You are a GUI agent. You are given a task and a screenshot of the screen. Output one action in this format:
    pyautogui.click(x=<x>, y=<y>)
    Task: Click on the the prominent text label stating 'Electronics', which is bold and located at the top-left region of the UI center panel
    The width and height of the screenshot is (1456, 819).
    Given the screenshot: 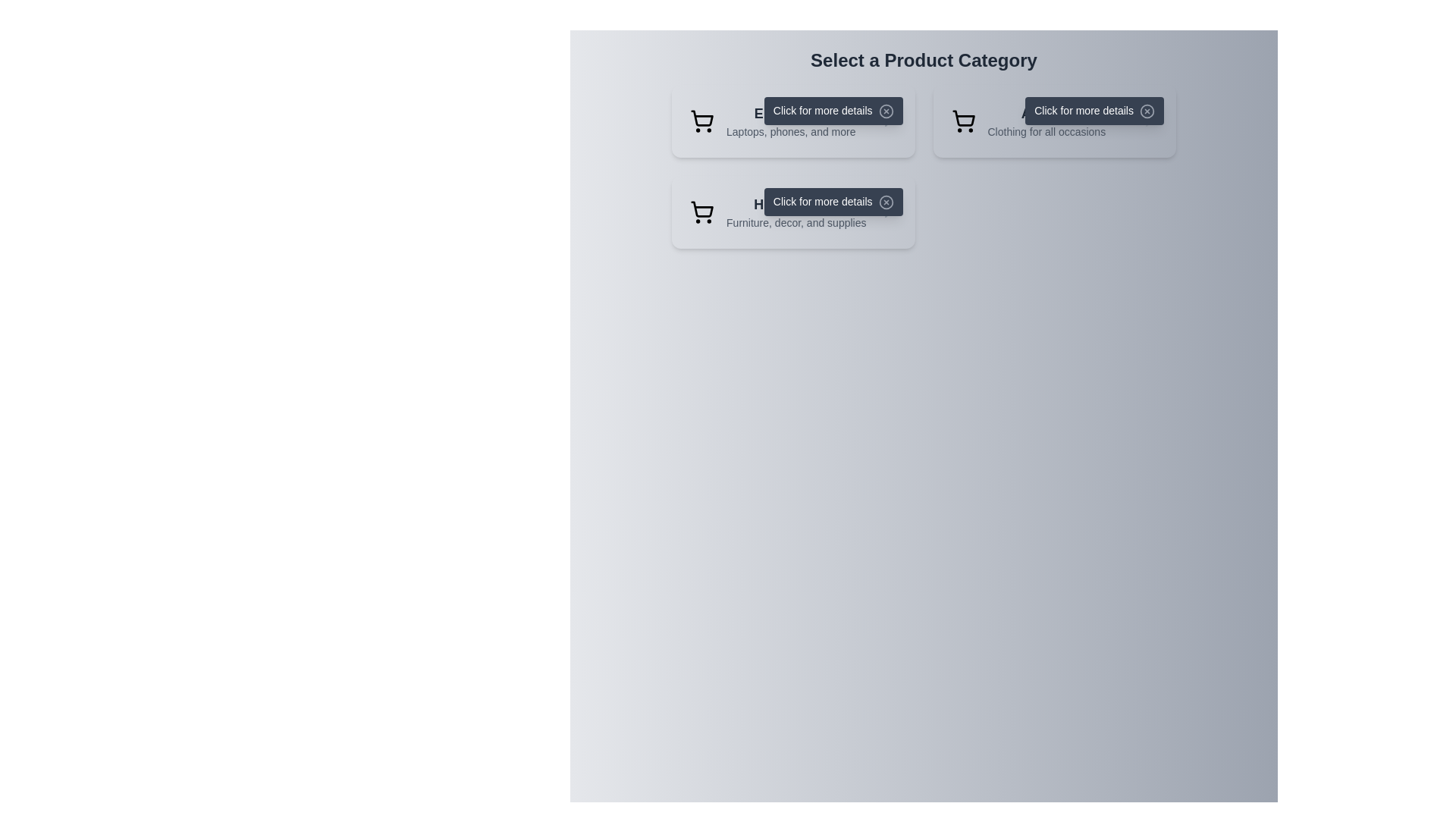 What is the action you would take?
    pyautogui.click(x=790, y=113)
    